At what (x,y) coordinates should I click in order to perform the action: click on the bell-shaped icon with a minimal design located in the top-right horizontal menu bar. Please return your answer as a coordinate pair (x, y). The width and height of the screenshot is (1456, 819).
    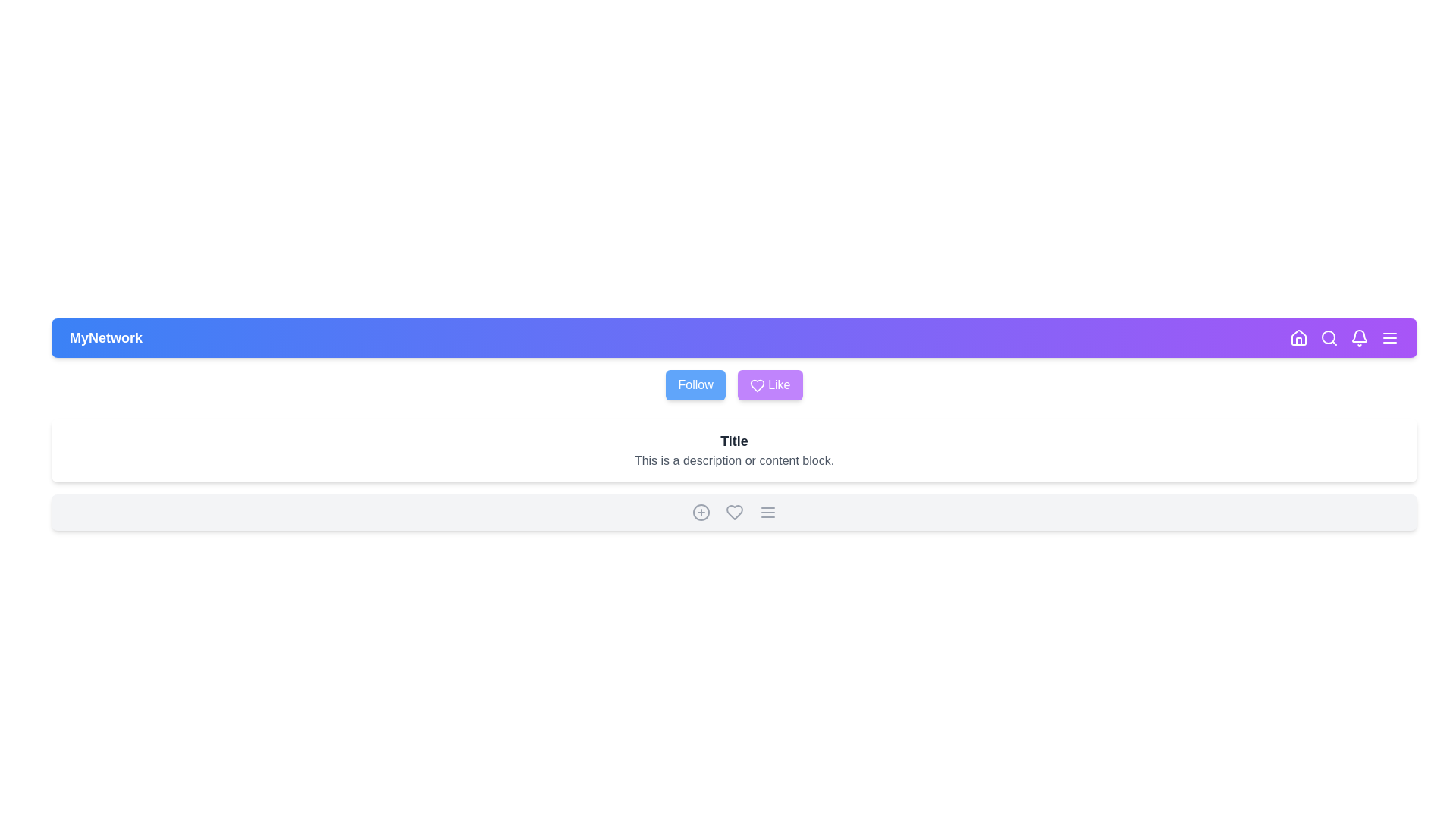
    Looking at the image, I should click on (1360, 337).